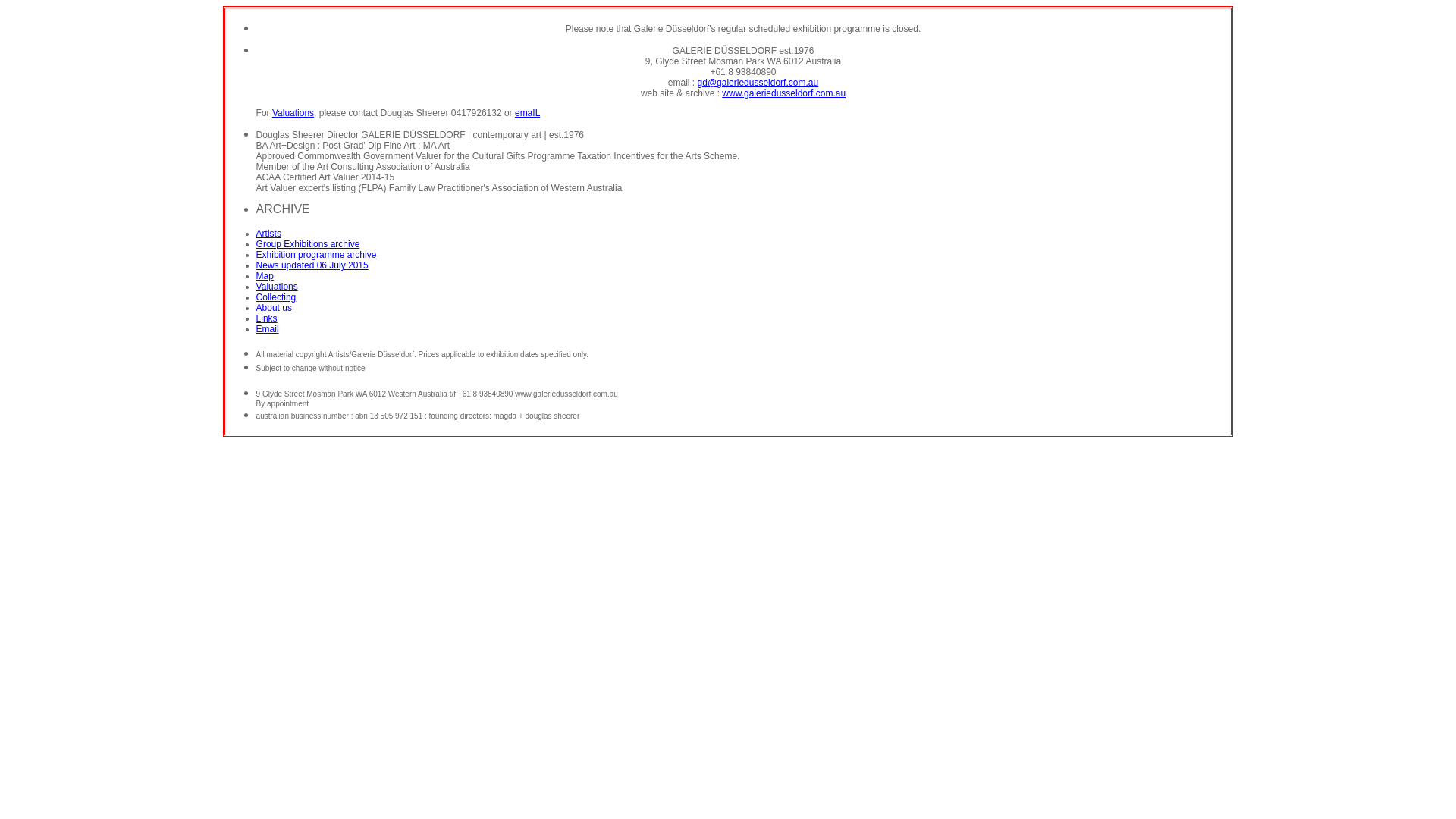 The height and width of the screenshot is (819, 1456). I want to click on 'emaIL', so click(514, 112).